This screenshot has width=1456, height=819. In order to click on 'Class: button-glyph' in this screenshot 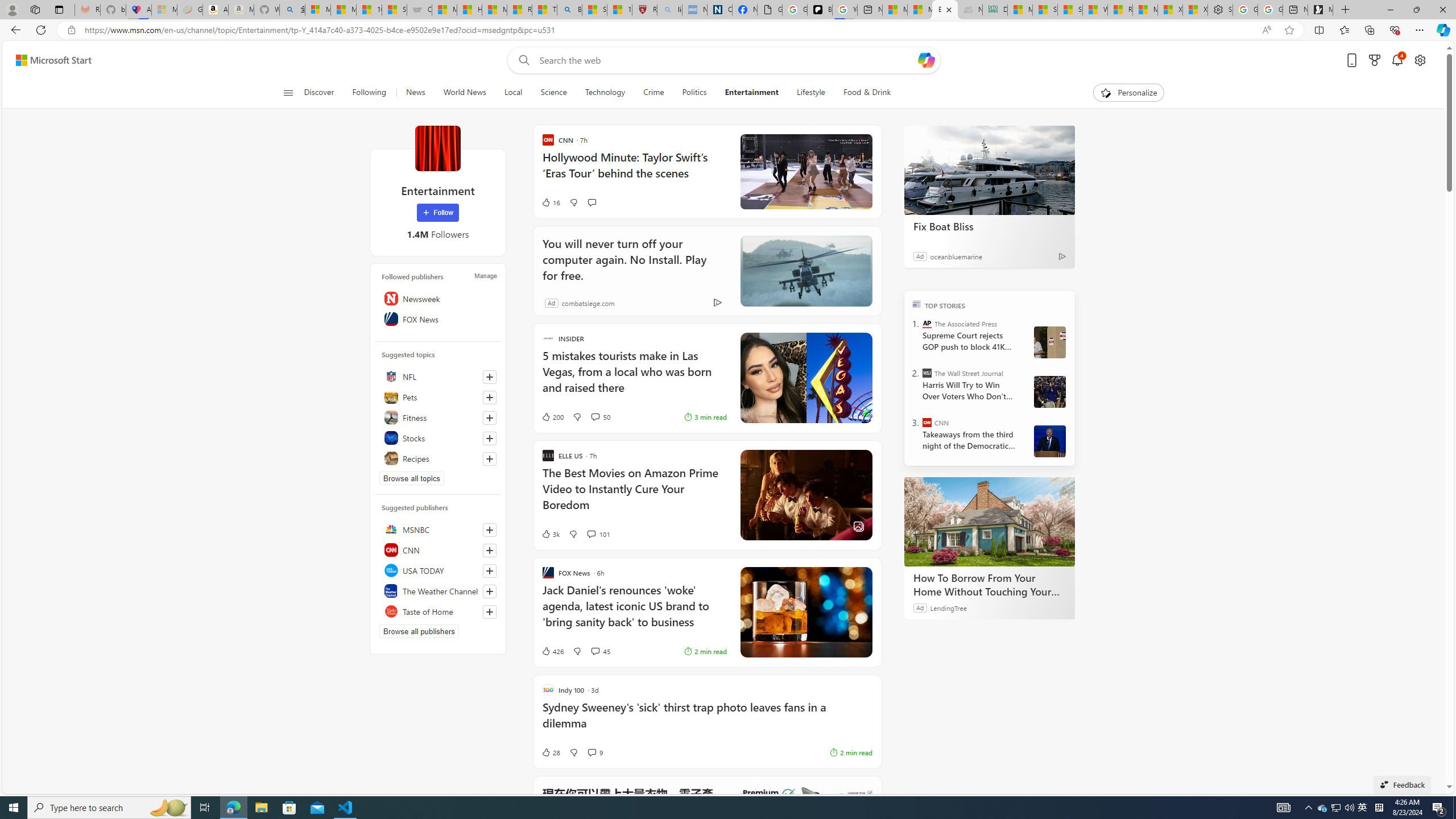, I will do `click(287, 92)`.